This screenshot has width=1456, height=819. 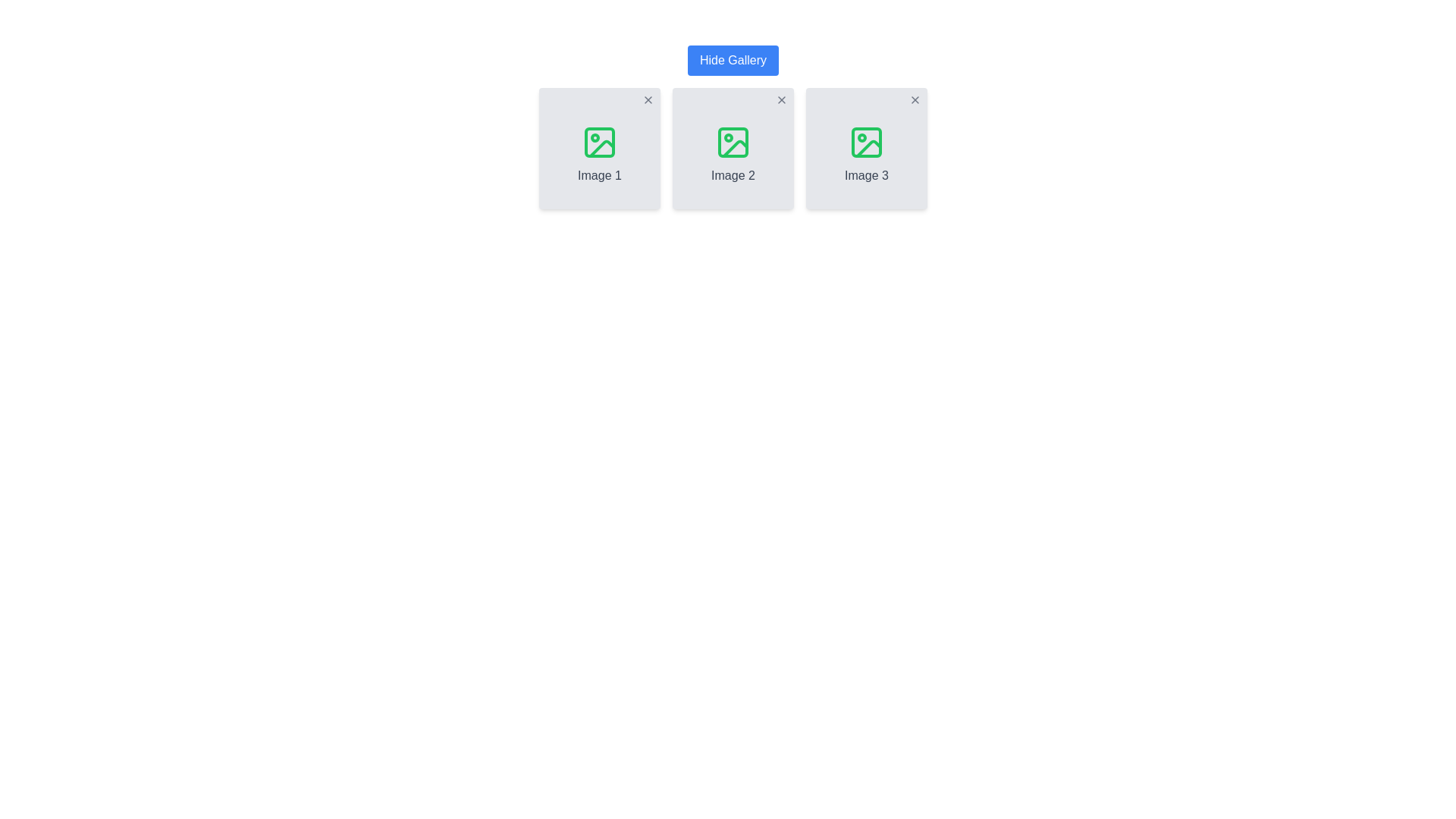 I want to click on the SVG graphic icon resembling an image placeholder with a green outline, which is centered in the first card of the main gallery, positioned beneath the close button and above the 'Image 1' label, so click(x=599, y=143).